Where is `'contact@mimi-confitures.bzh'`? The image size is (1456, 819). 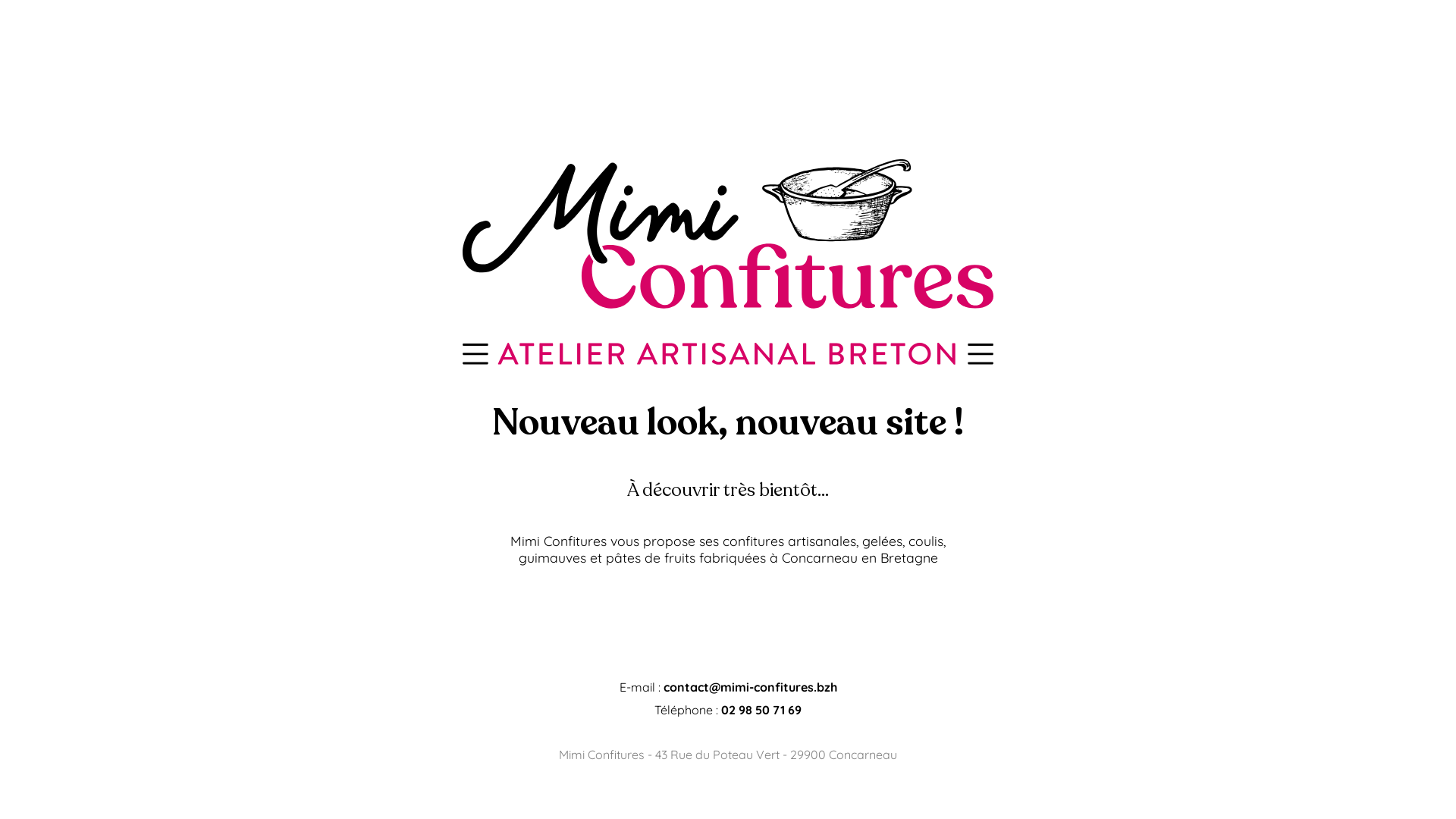
'contact@mimi-confitures.bzh' is located at coordinates (662, 687).